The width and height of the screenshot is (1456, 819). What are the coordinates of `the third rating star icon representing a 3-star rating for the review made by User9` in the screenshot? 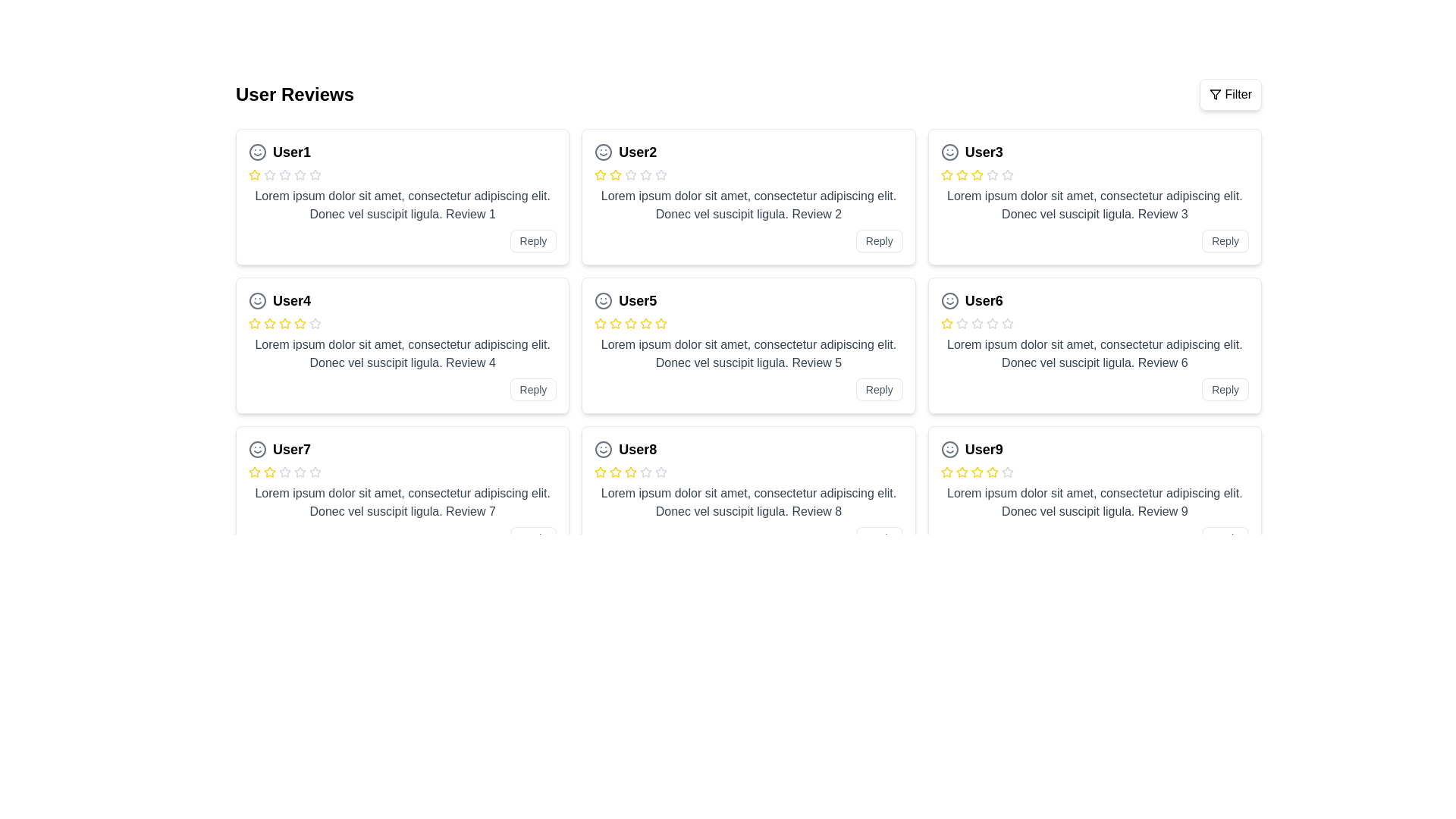 It's located at (961, 472).